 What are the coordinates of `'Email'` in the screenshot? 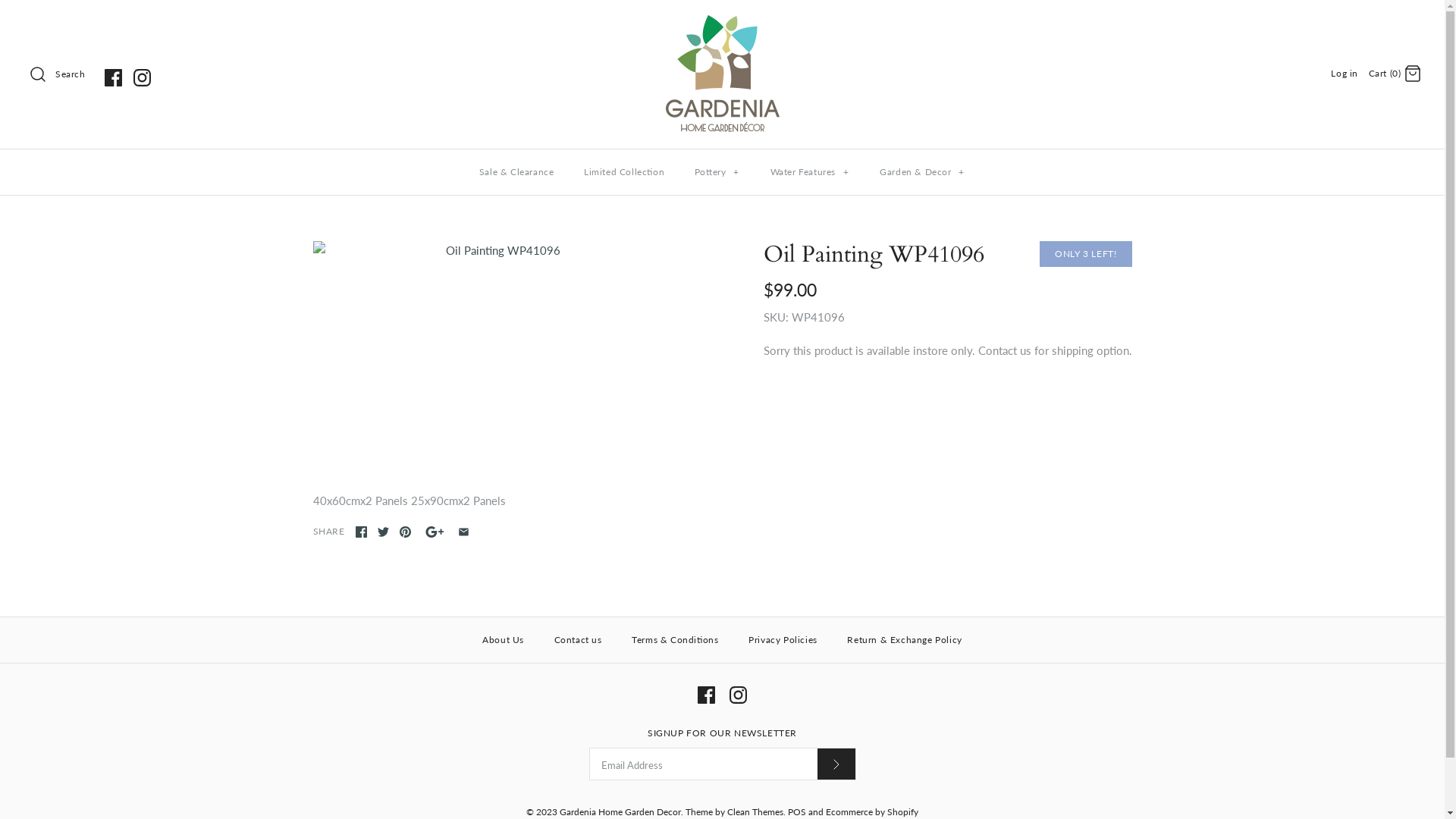 It's located at (463, 531).